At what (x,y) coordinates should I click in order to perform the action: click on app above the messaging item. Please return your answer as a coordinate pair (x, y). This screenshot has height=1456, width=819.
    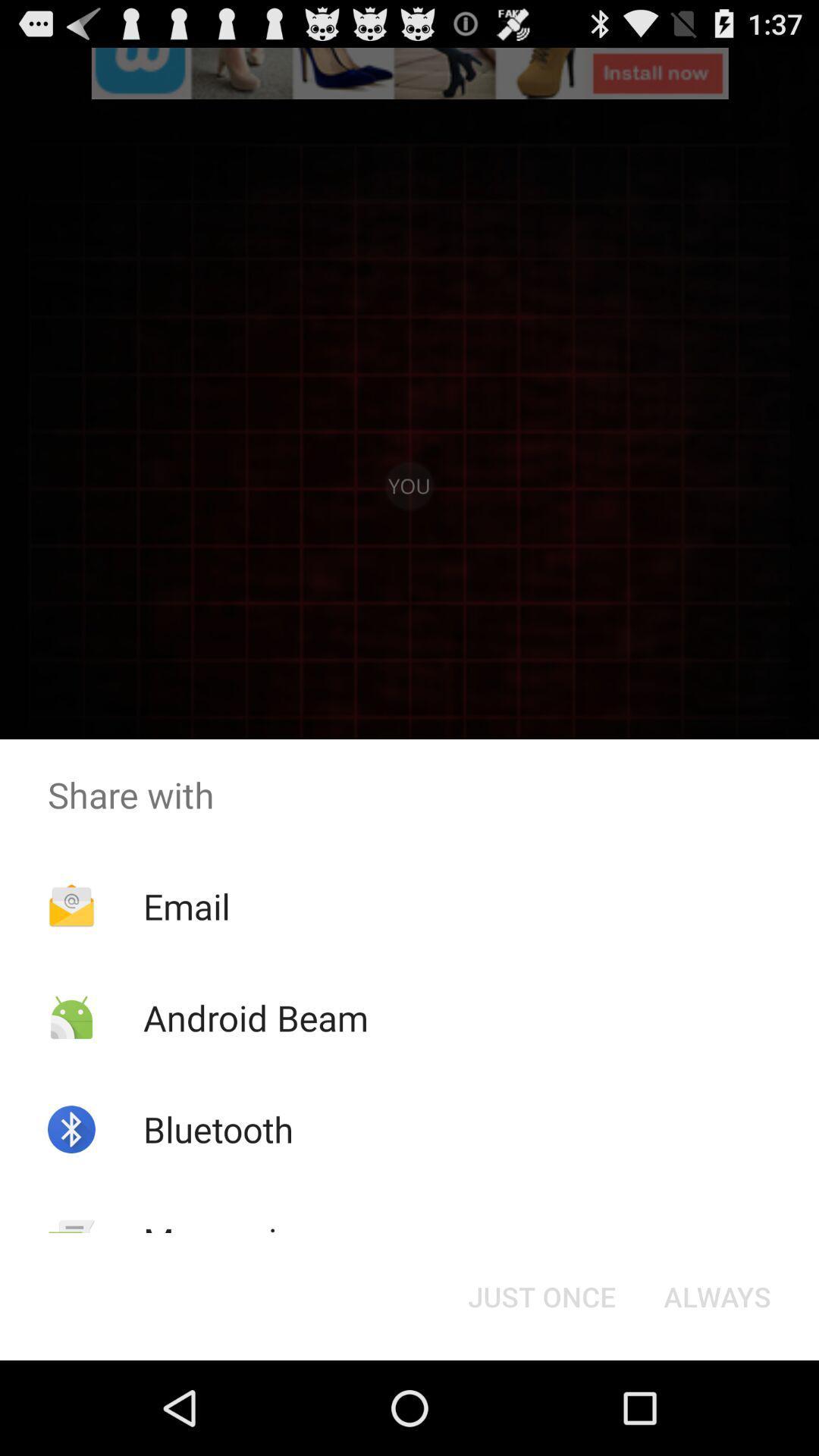
    Looking at the image, I should click on (218, 1129).